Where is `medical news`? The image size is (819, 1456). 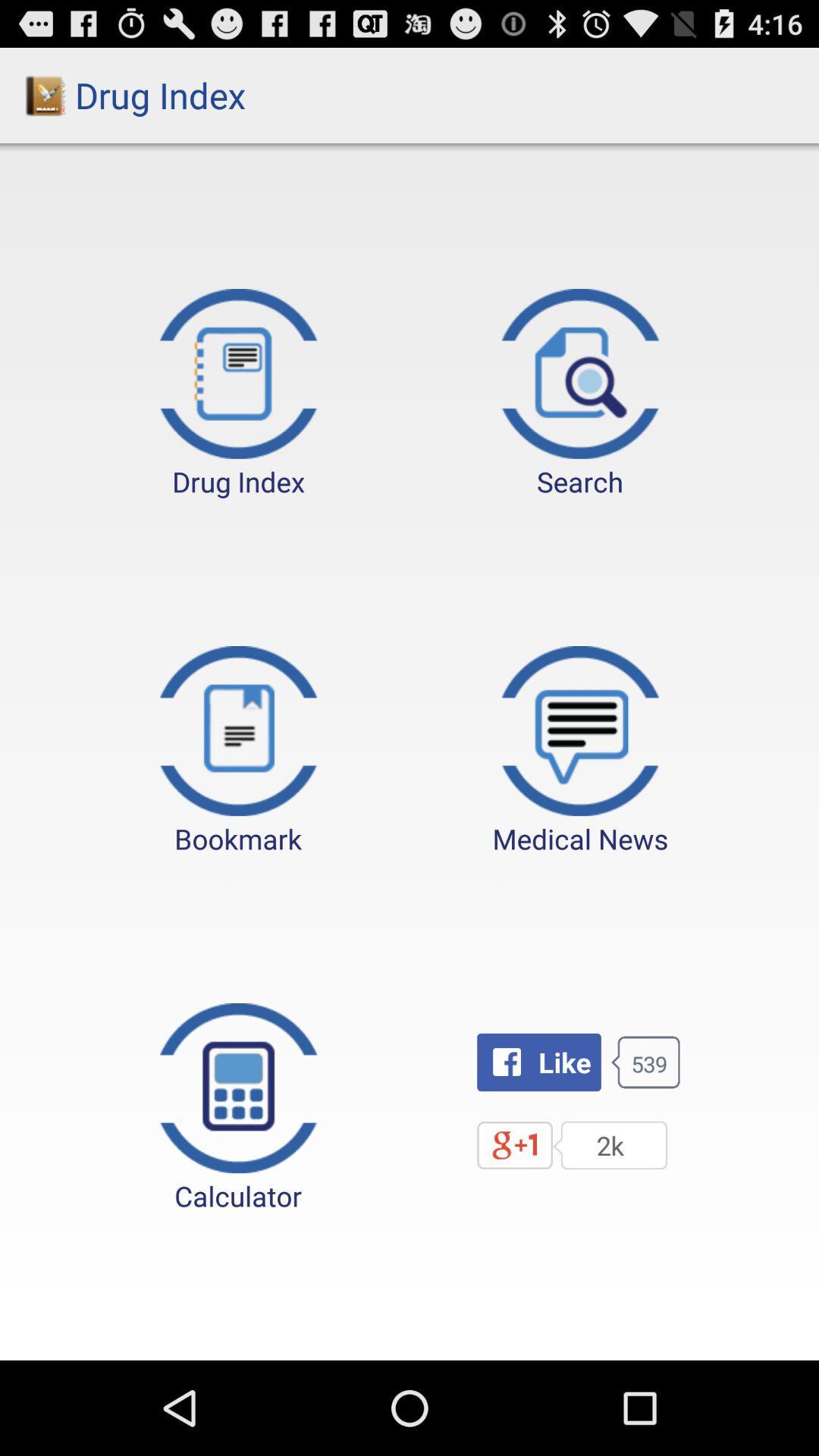 medical news is located at coordinates (580, 752).